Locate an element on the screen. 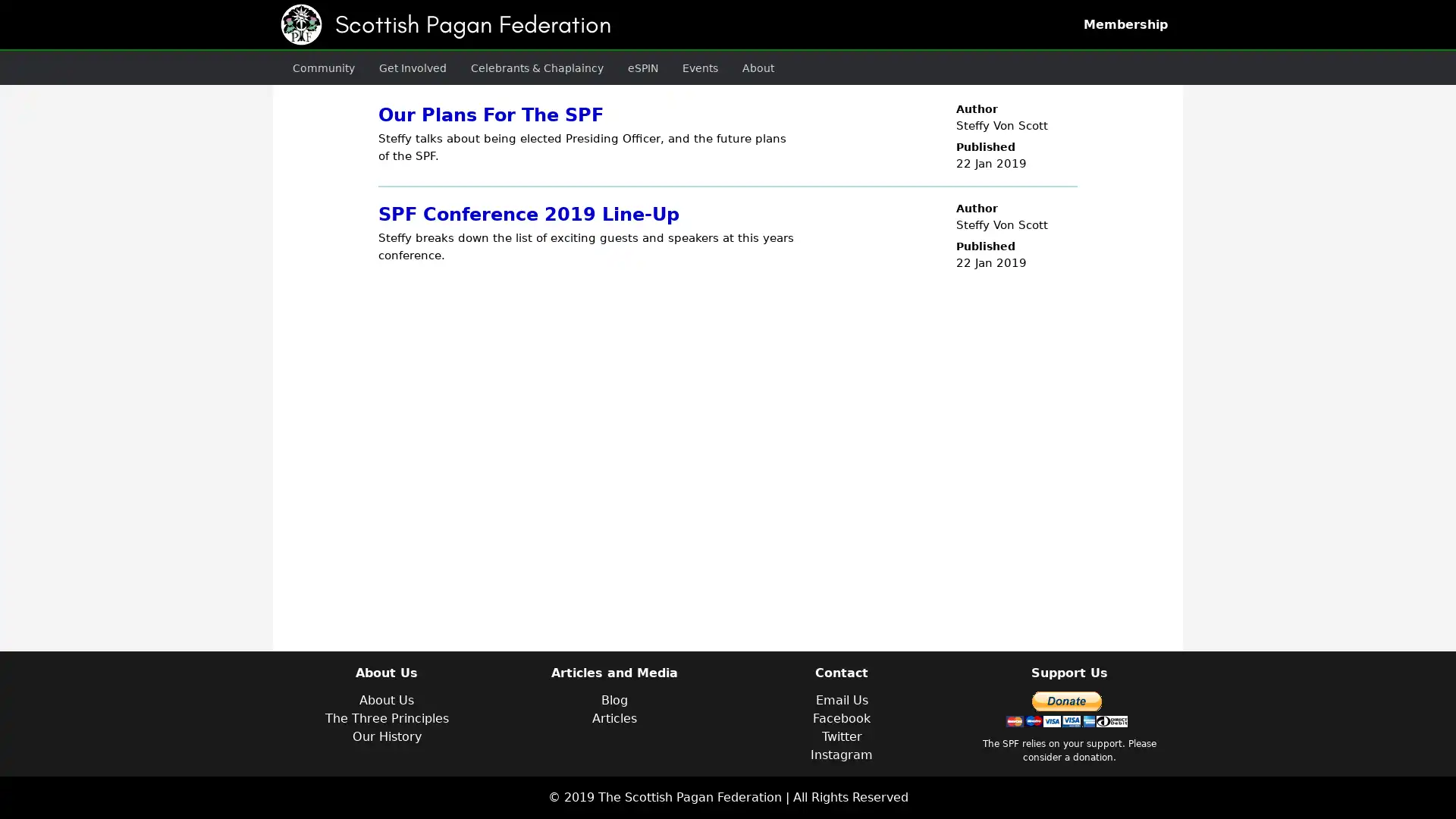 The height and width of the screenshot is (819, 1456). Events is located at coordinates (668, 67).